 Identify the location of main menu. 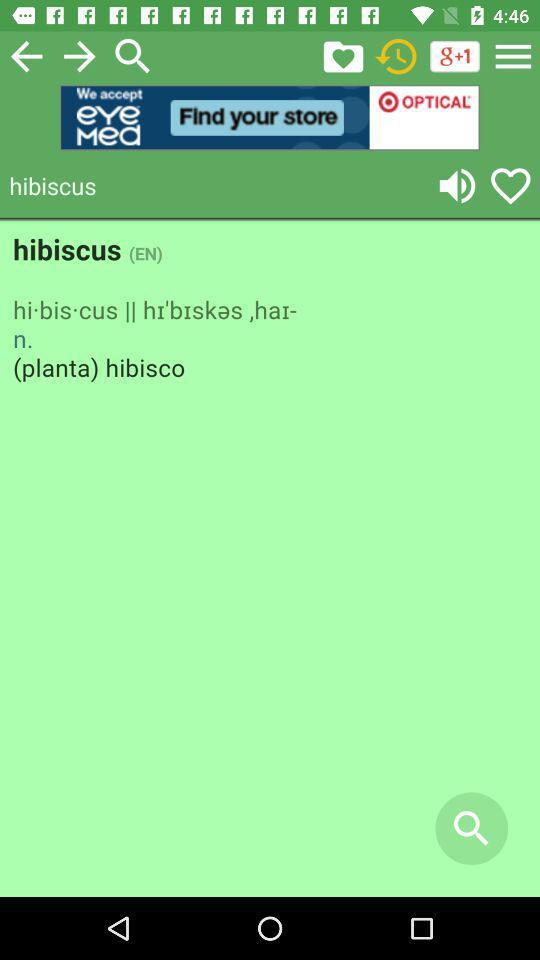
(513, 55).